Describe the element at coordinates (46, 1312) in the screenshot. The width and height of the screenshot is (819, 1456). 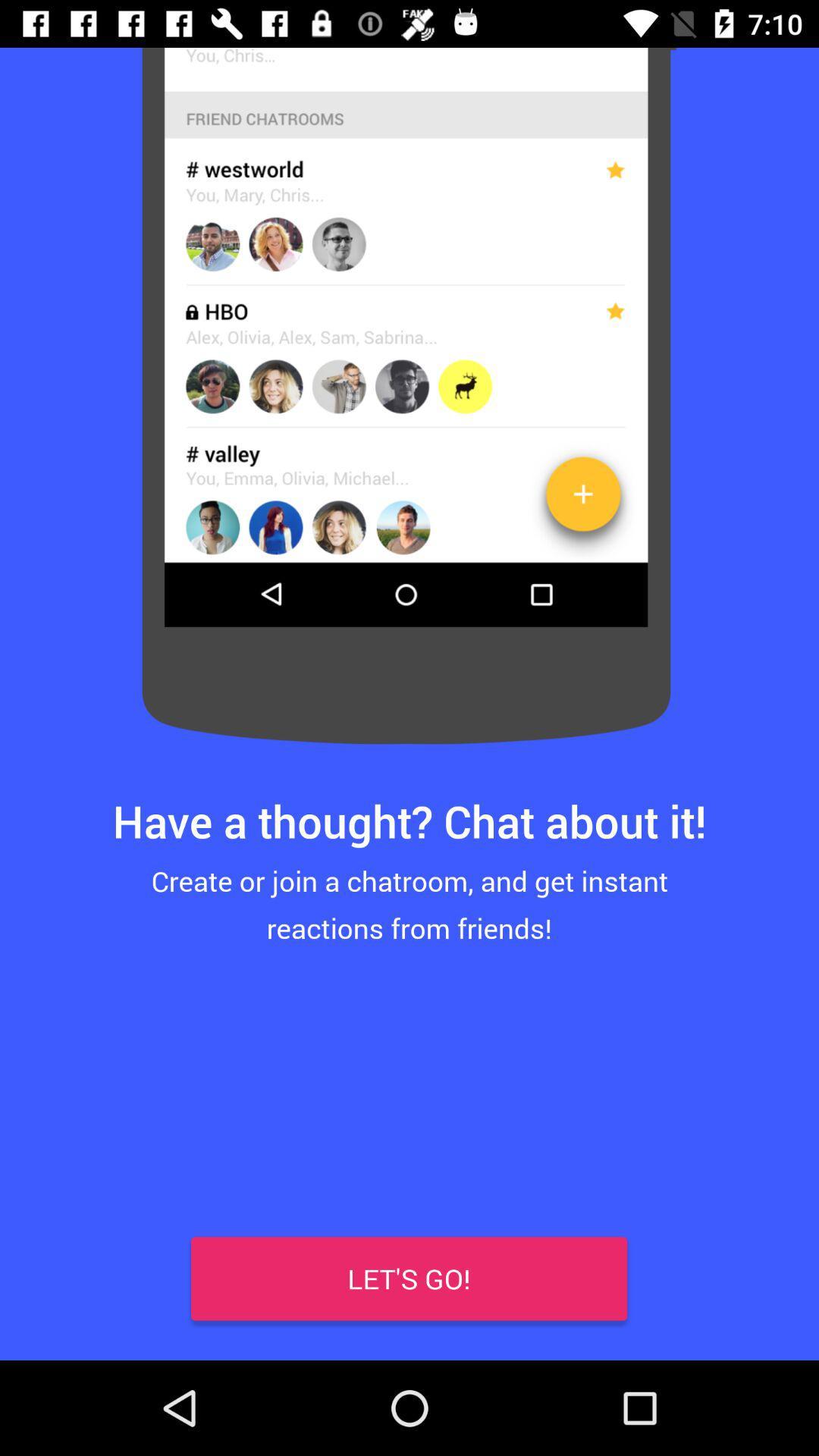
I see `the icon to the left of let's go! item` at that location.